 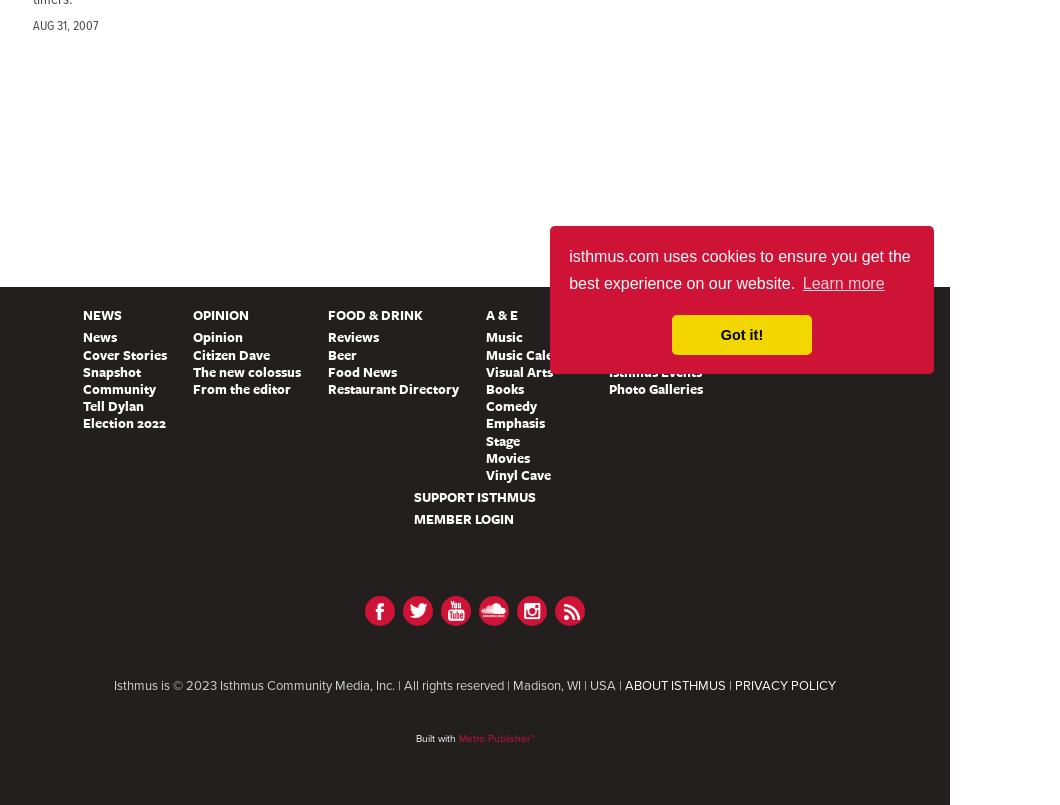 I want to click on 'Tell Dylan', so click(x=112, y=404).